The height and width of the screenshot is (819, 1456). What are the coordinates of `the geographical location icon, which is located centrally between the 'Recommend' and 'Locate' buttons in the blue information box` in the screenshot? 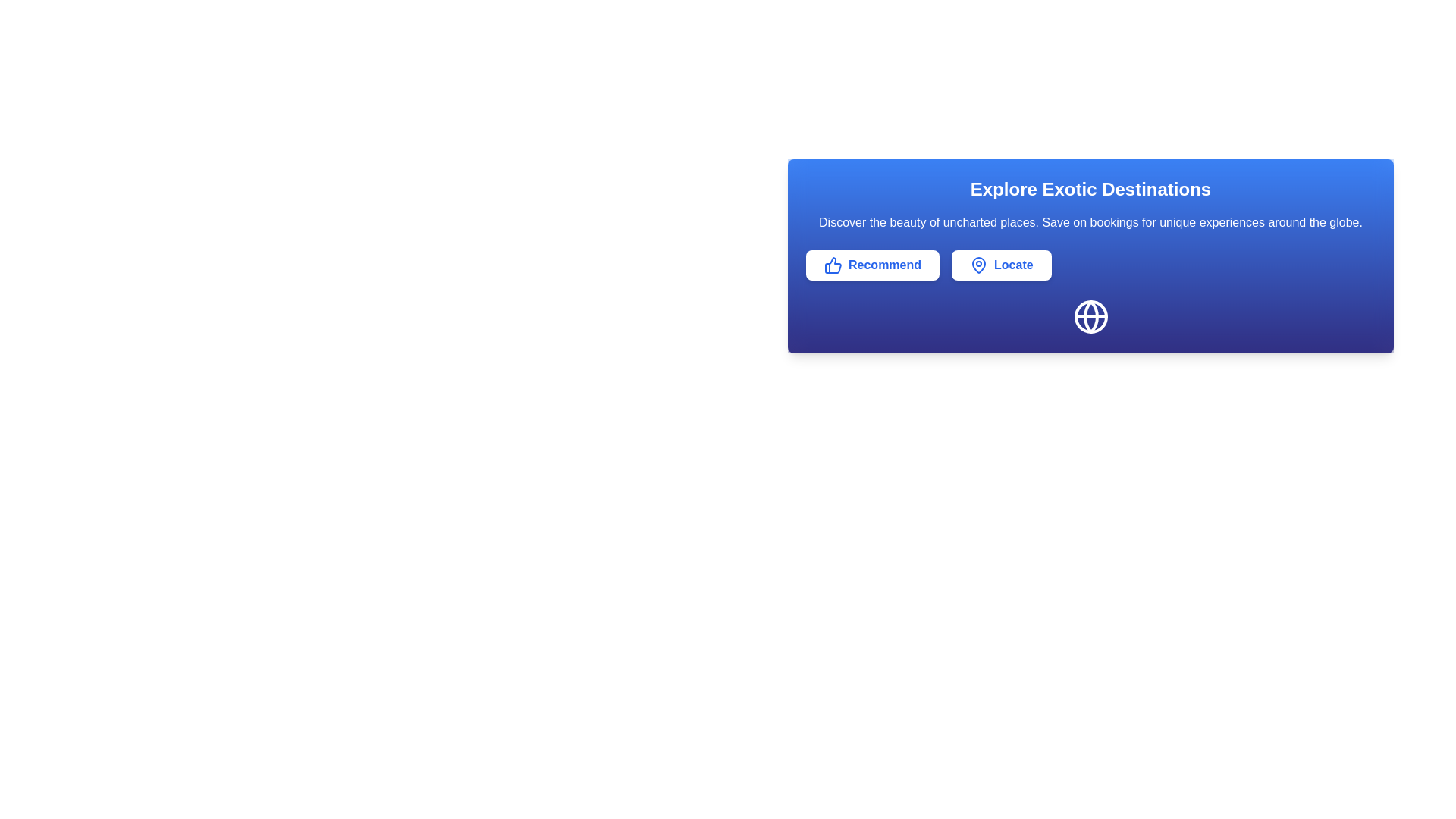 It's located at (979, 265).